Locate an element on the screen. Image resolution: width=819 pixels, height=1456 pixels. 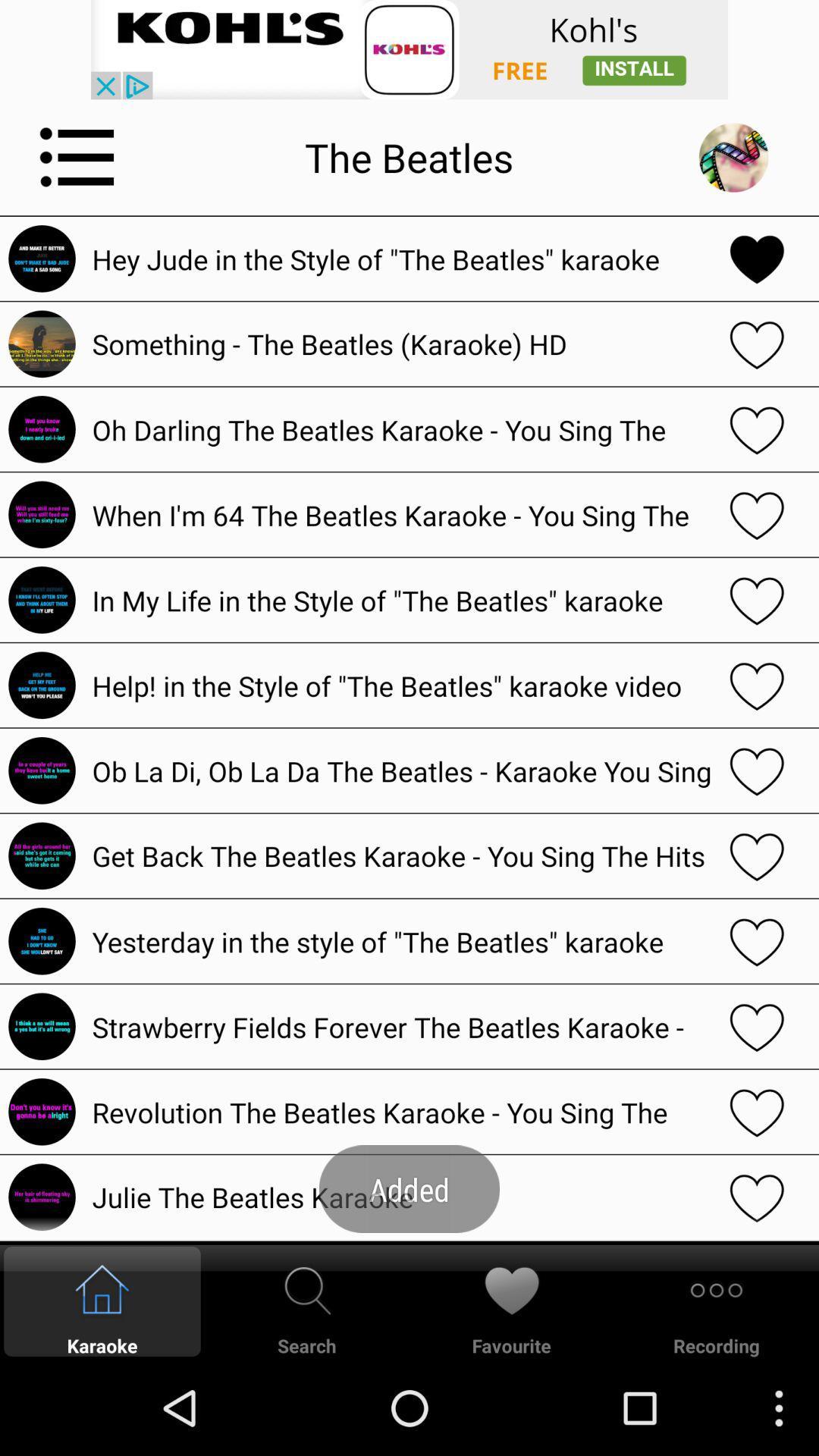
banner advertisement is located at coordinates (409, 49).